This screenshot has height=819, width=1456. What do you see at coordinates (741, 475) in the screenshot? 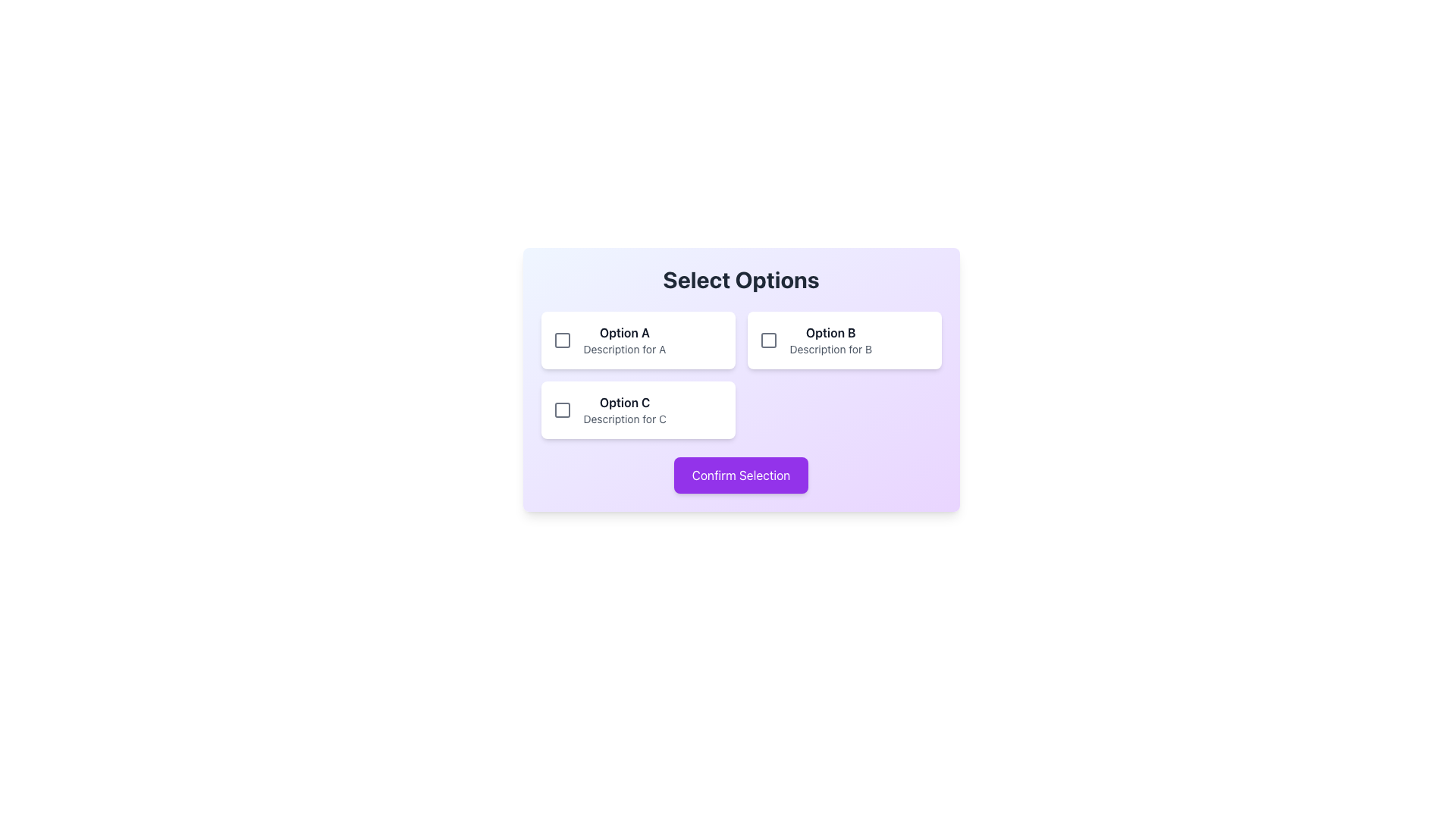
I see `the rectangular 'Confirm Selection' button with a vibrant purple background and white text, located at the bottom of the panel, to confirm the selection` at bounding box center [741, 475].